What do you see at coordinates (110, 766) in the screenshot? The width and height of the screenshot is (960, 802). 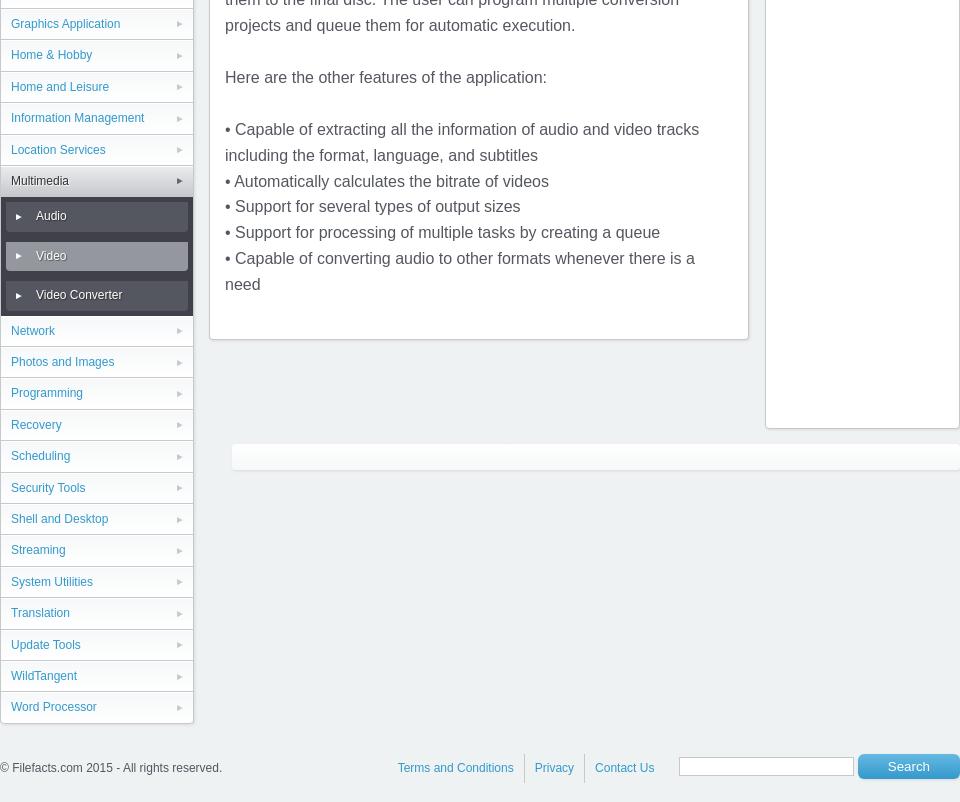 I see `'© Filefacts.com 2015 - All rights reserved.'` at bounding box center [110, 766].